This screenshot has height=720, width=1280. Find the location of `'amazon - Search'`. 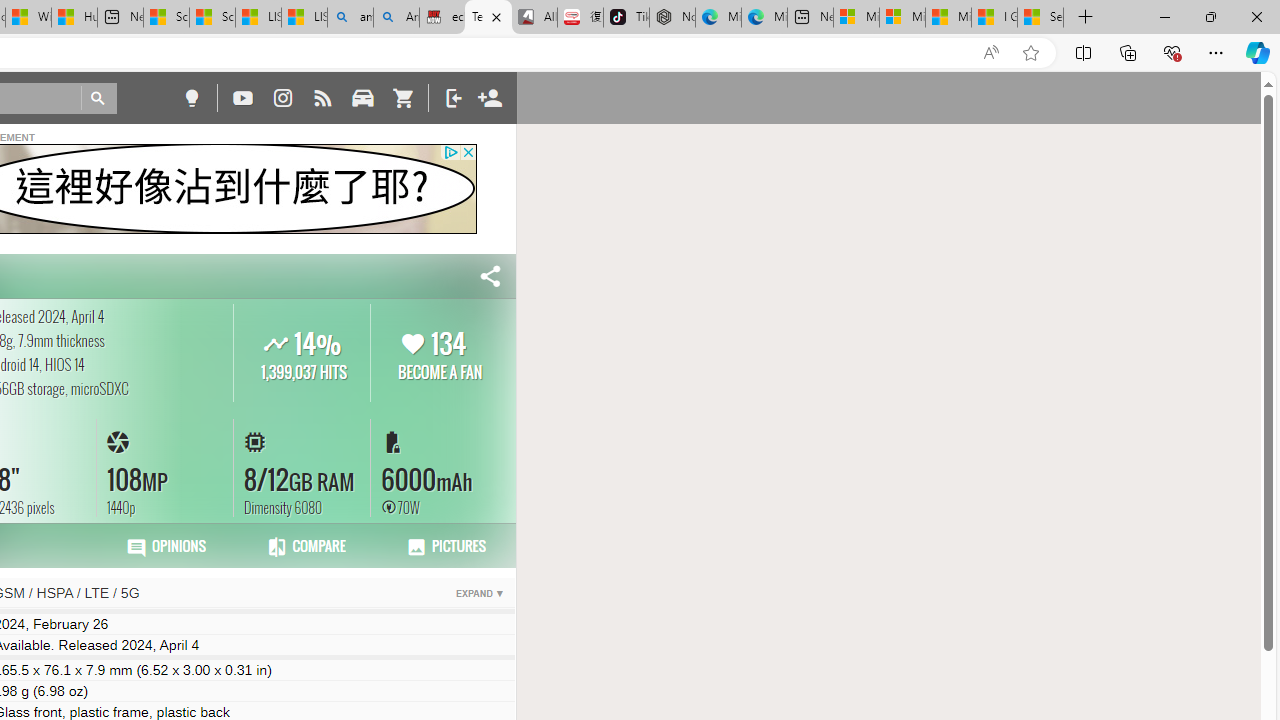

'amazon - Search' is located at coordinates (350, 17).